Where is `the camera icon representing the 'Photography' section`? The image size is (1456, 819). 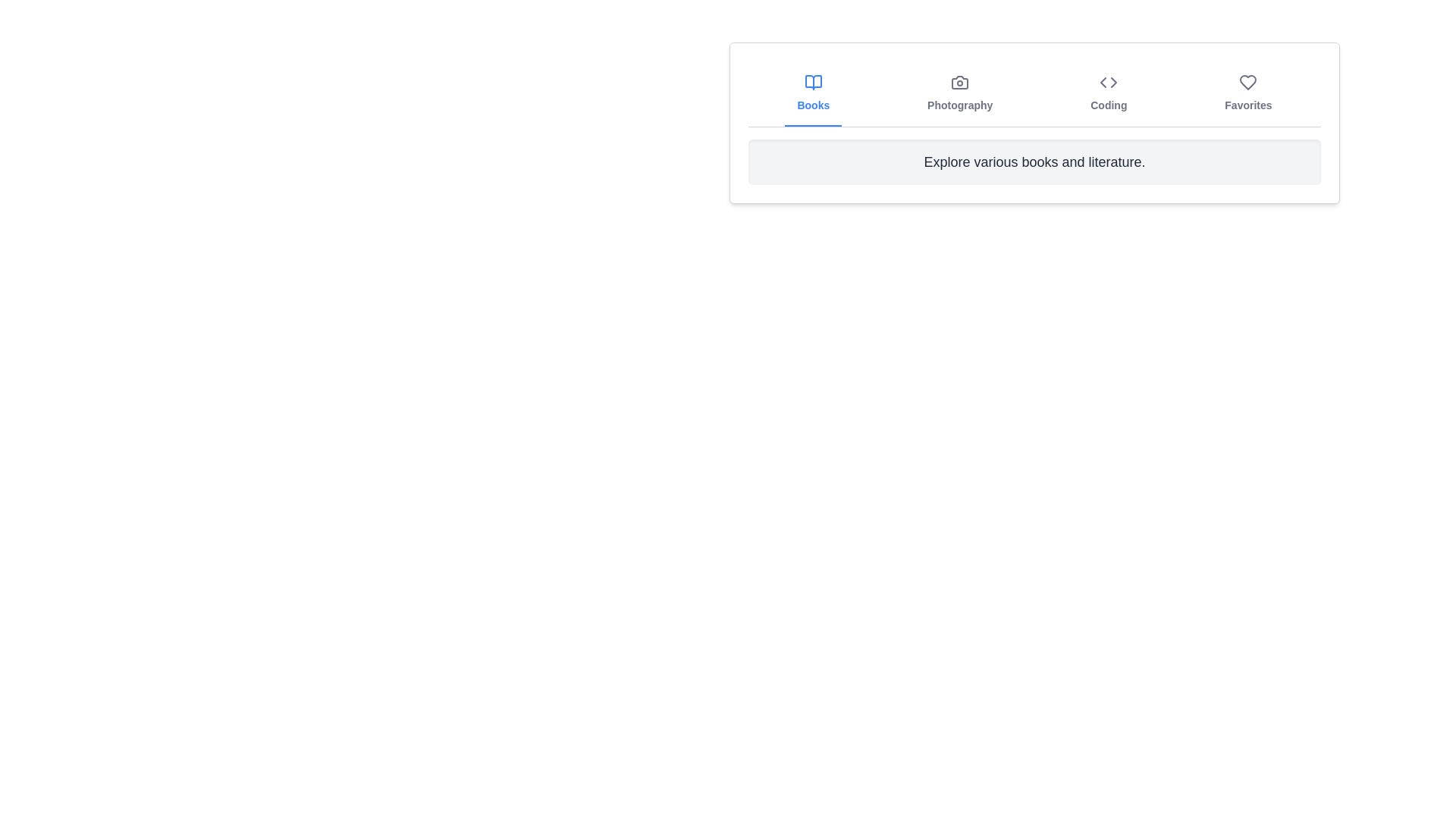 the camera icon representing the 'Photography' section is located at coordinates (959, 82).